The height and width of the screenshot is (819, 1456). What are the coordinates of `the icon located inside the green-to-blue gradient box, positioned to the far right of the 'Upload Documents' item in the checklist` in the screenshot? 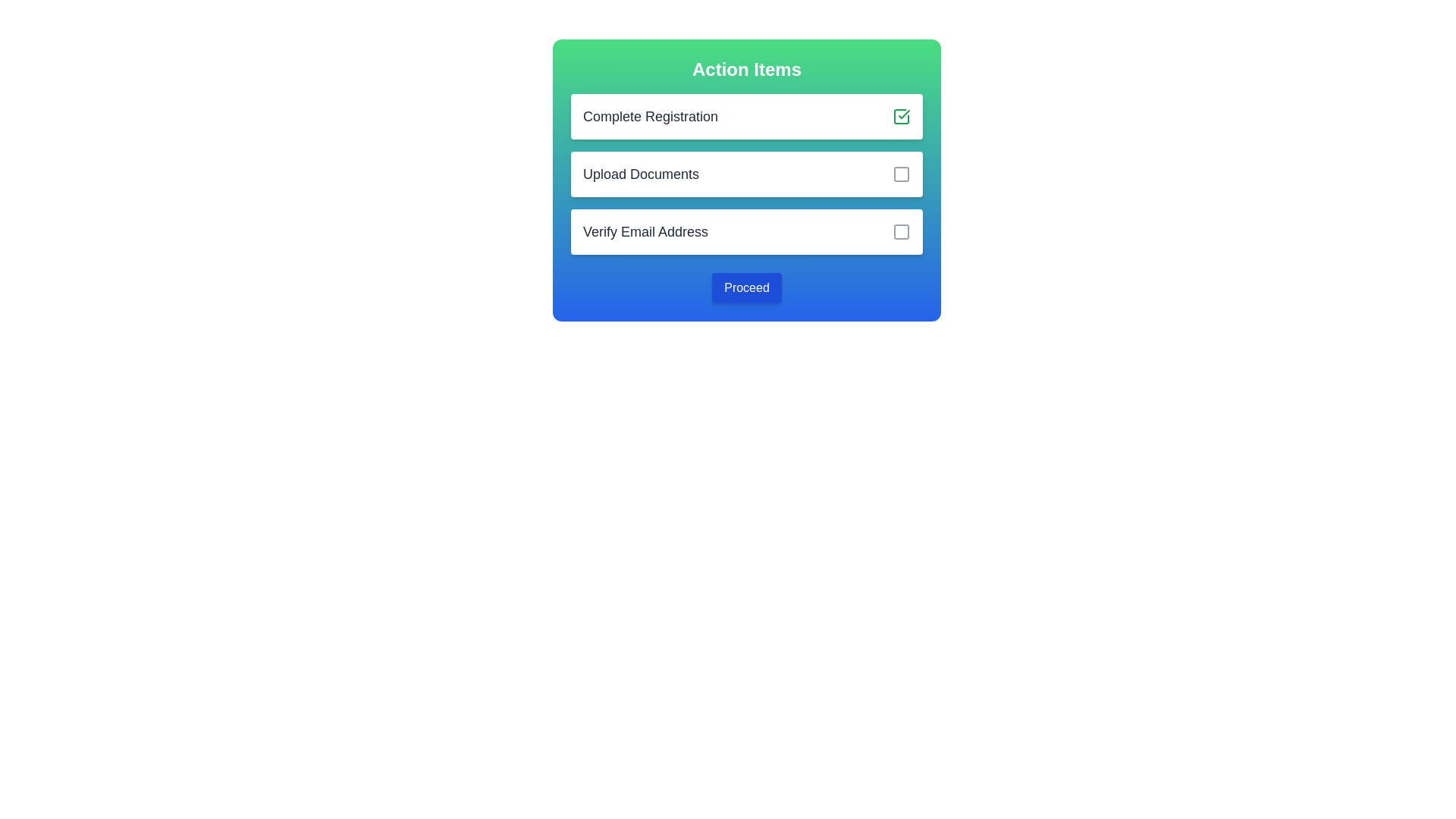 It's located at (902, 174).